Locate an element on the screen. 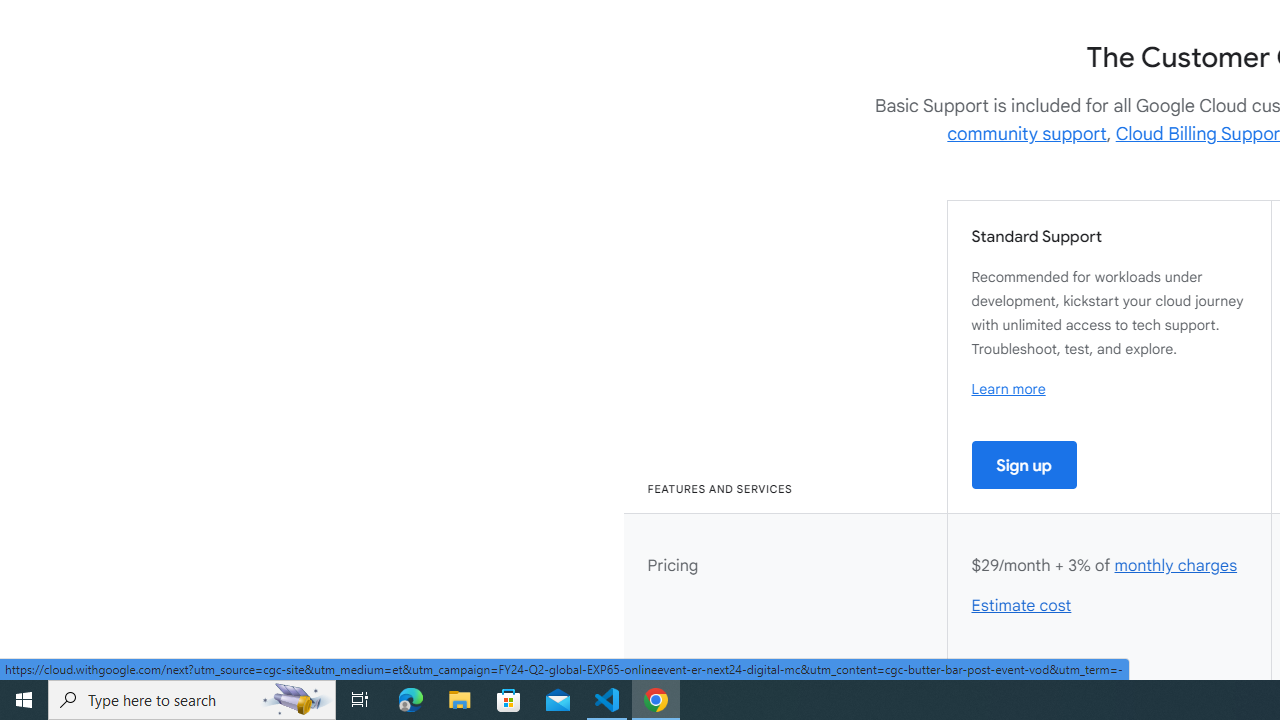 Image resolution: width=1280 pixels, height=720 pixels. 'Sign up' is located at coordinates (1024, 464).